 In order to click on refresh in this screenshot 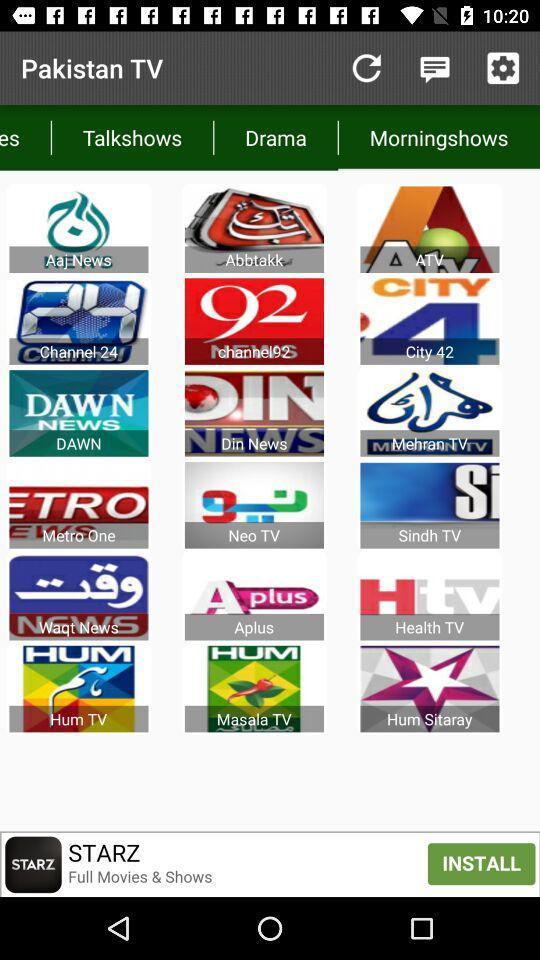, I will do `click(365, 68)`.